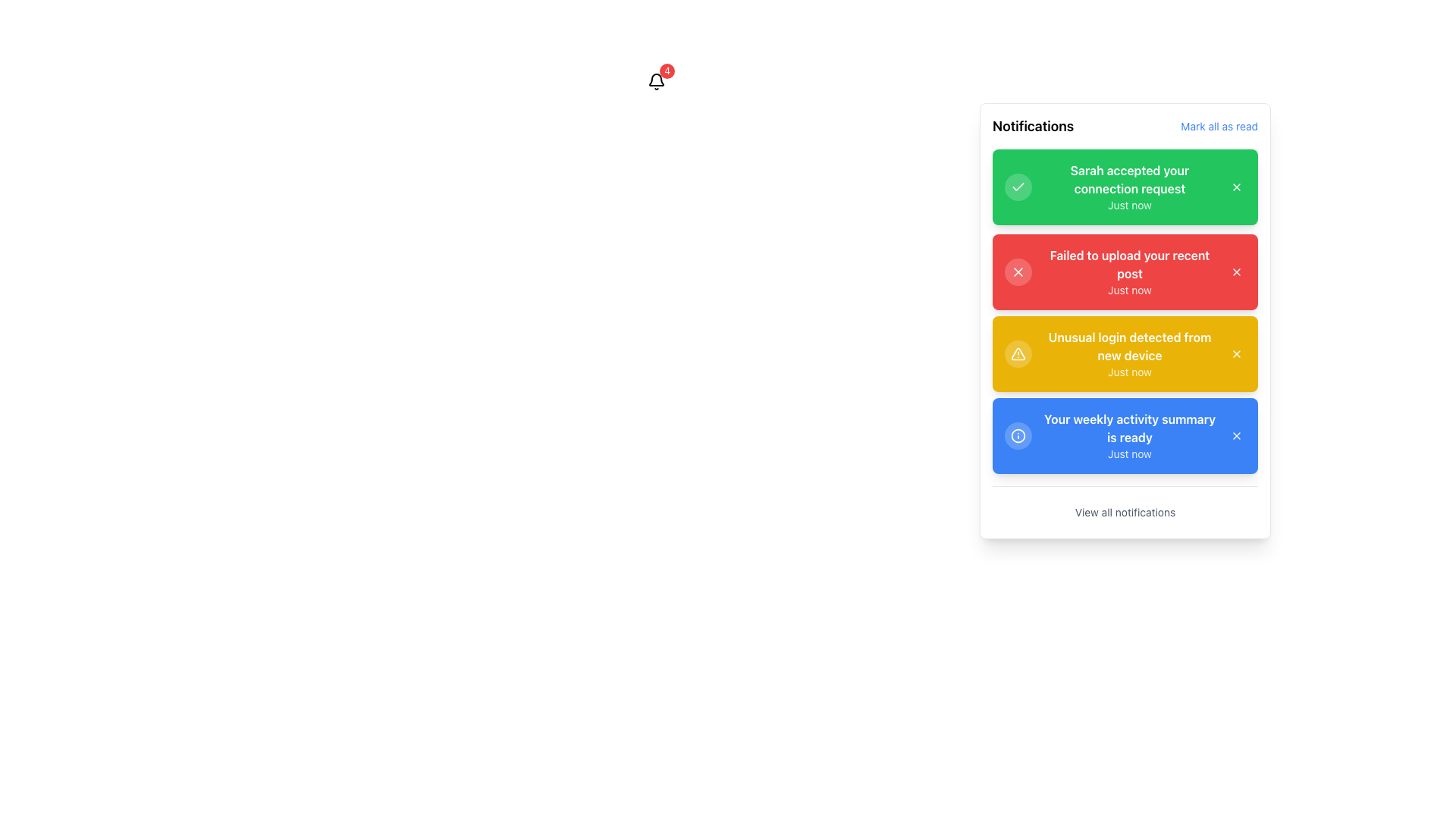 The height and width of the screenshot is (819, 1456). I want to click on the notification icon located in the last blue row of the notification list, so click(1018, 435).